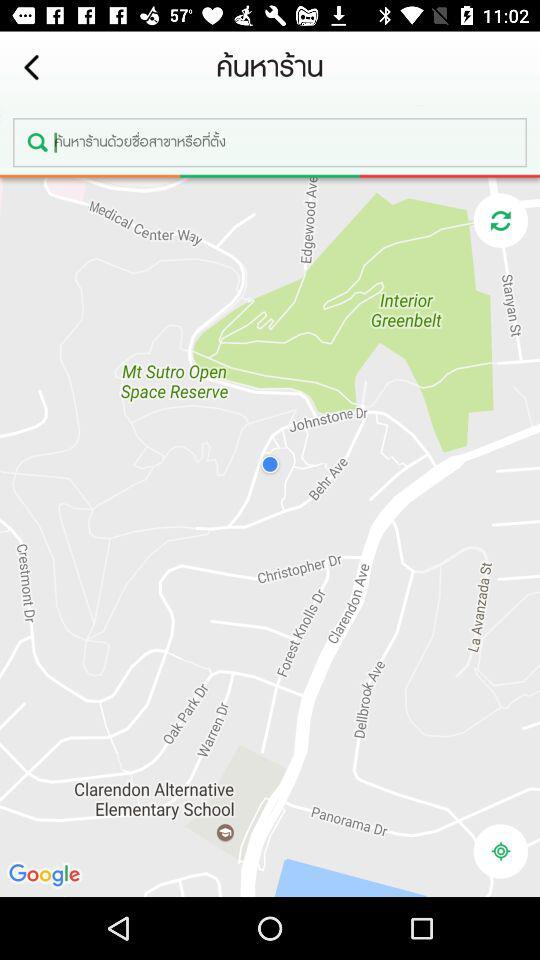 Image resolution: width=540 pixels, height=960 pixels. What do you see at coordinates (499, 850) in the screenshot?
I see `your neighborhood` at bounding box center [499, 850].